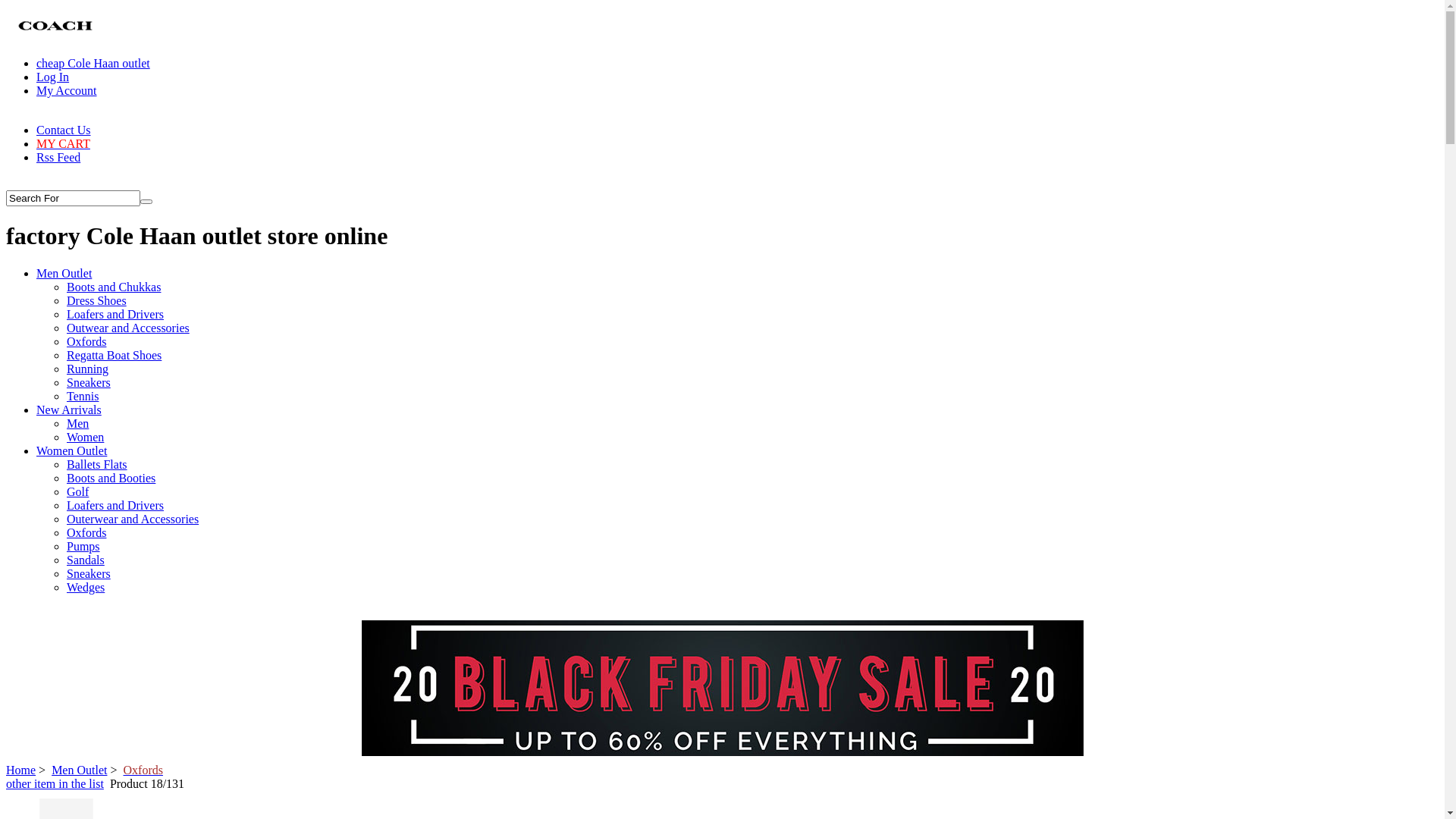 Image resolution: width=1456 pixels, height=819 pixels. What do you see at coordinates (65, 90) in the screenshot?
I see `'My Account'` at bounding box center [65, 90].